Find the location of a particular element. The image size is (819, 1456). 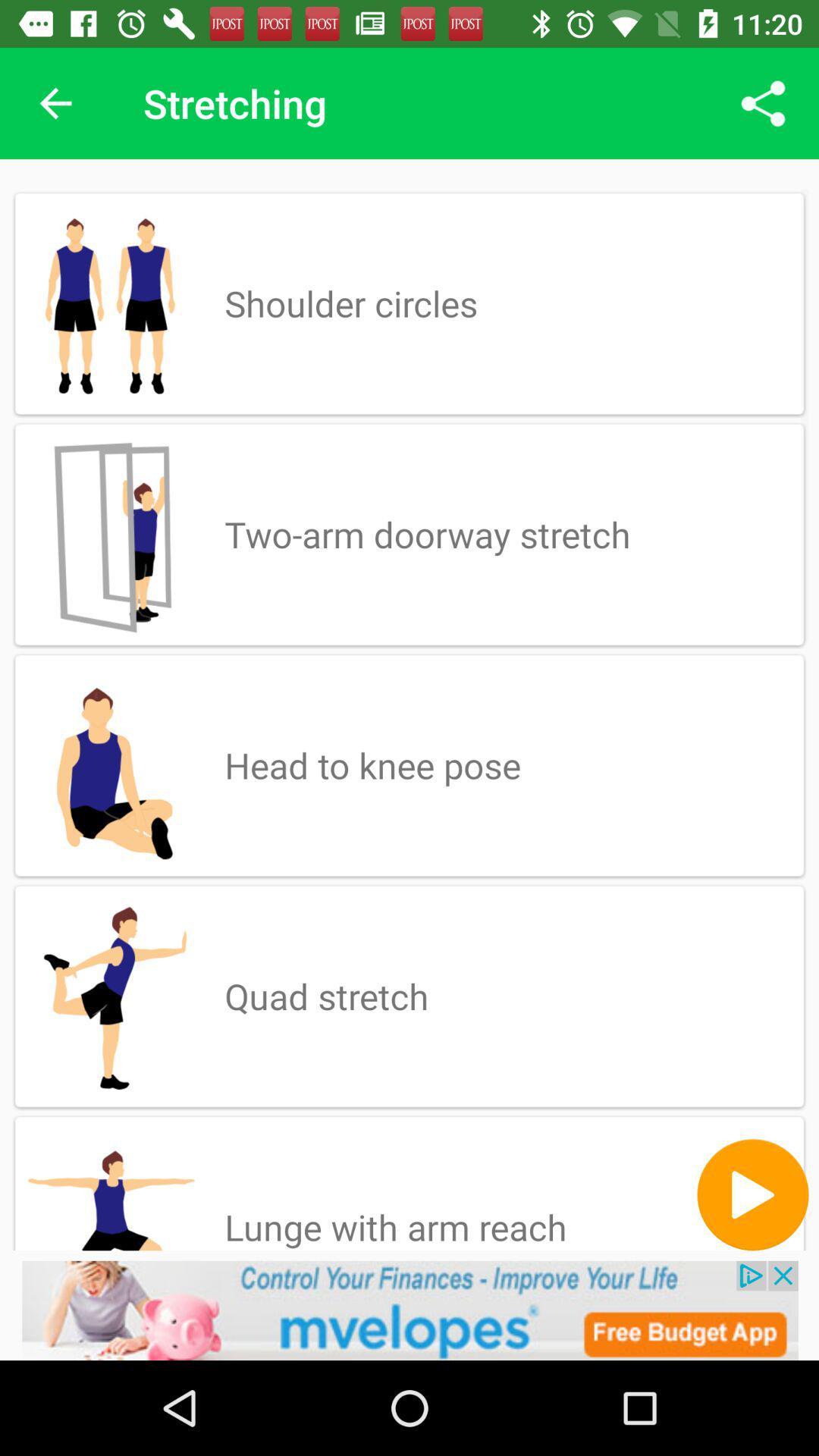

next is located at coordinates (752, 1194).